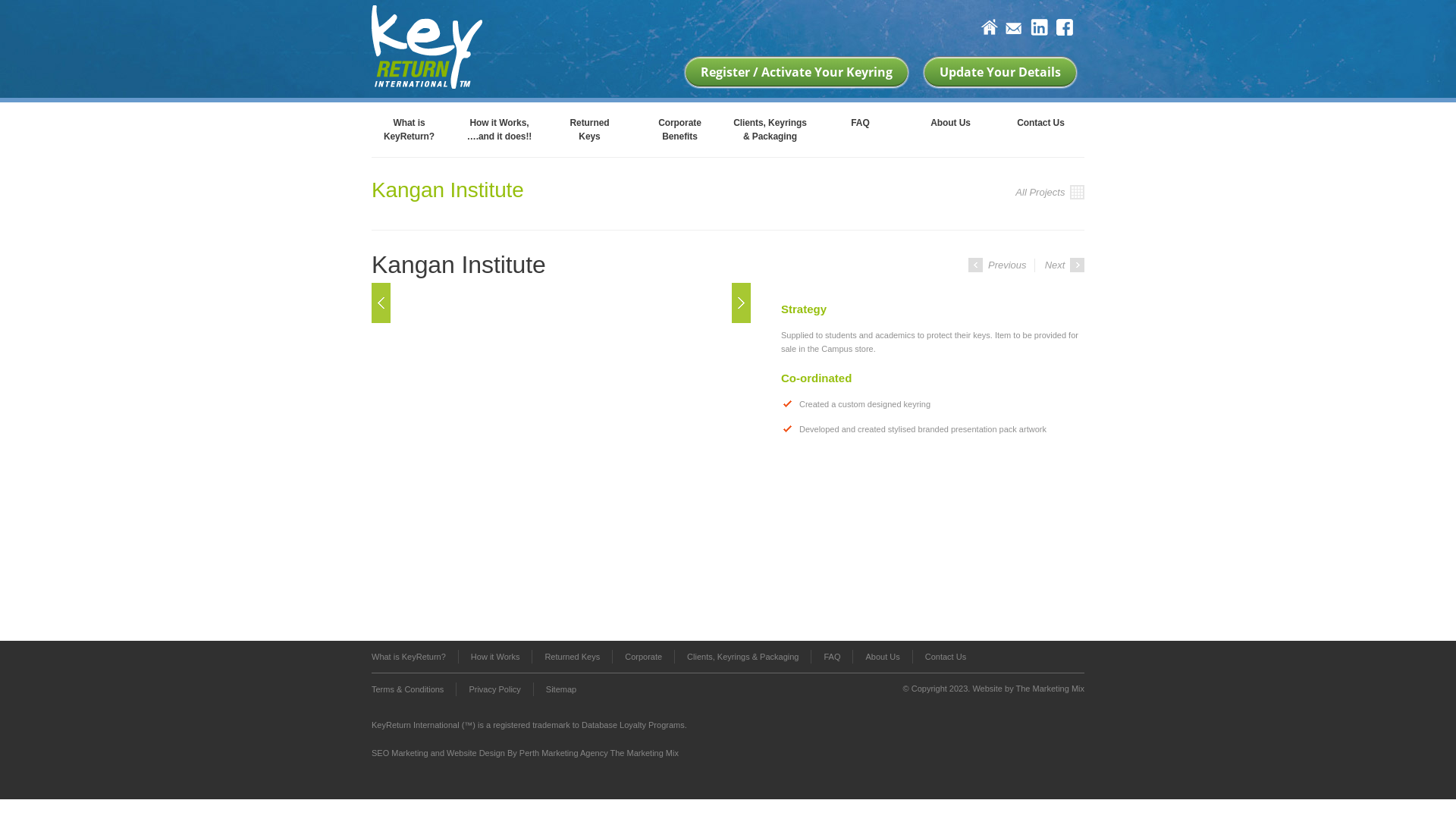 The height and width of the screenshot is (819, 1456). What do you see at coordinates (1063, 28) in the screenshot?
I see `'Facebook'` at bounding box center [1063, 28].